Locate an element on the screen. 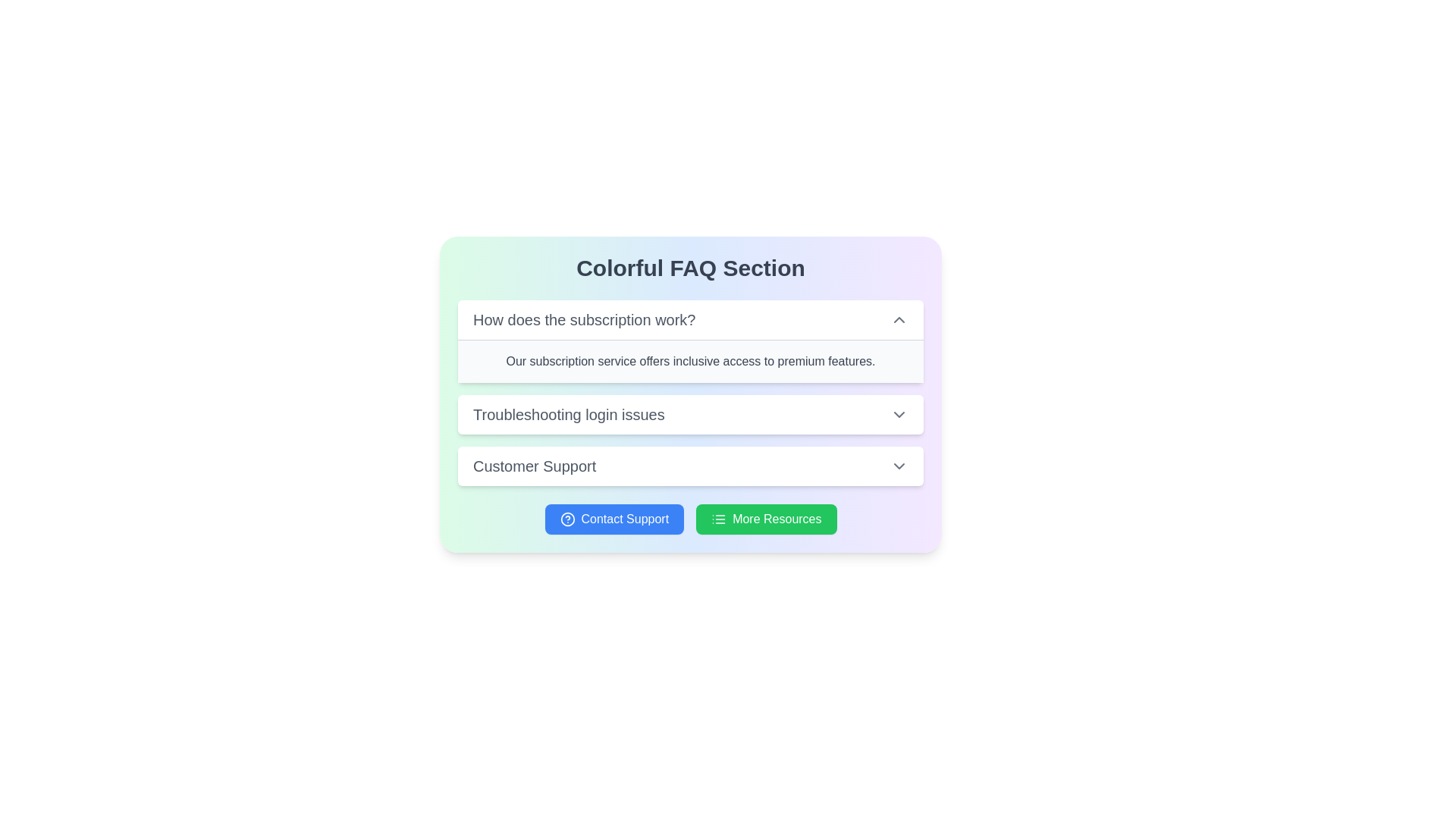 The width and height of the screenshot is (1456, 819). the 'Customer Support' text label is located at coordinates (535, 465).